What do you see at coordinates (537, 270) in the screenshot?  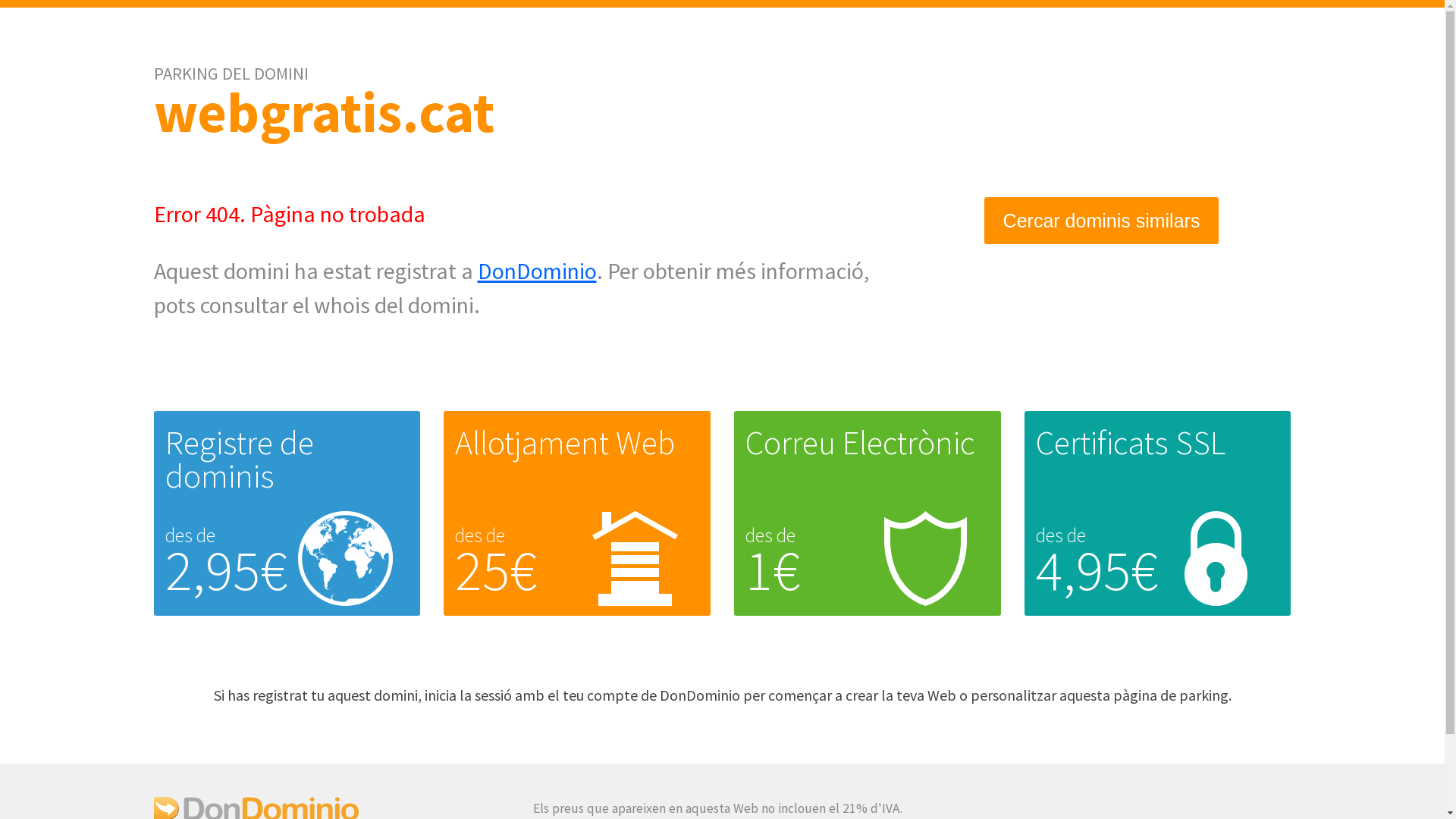 I see `'DonDominio'` at bounding box center [537, 270].